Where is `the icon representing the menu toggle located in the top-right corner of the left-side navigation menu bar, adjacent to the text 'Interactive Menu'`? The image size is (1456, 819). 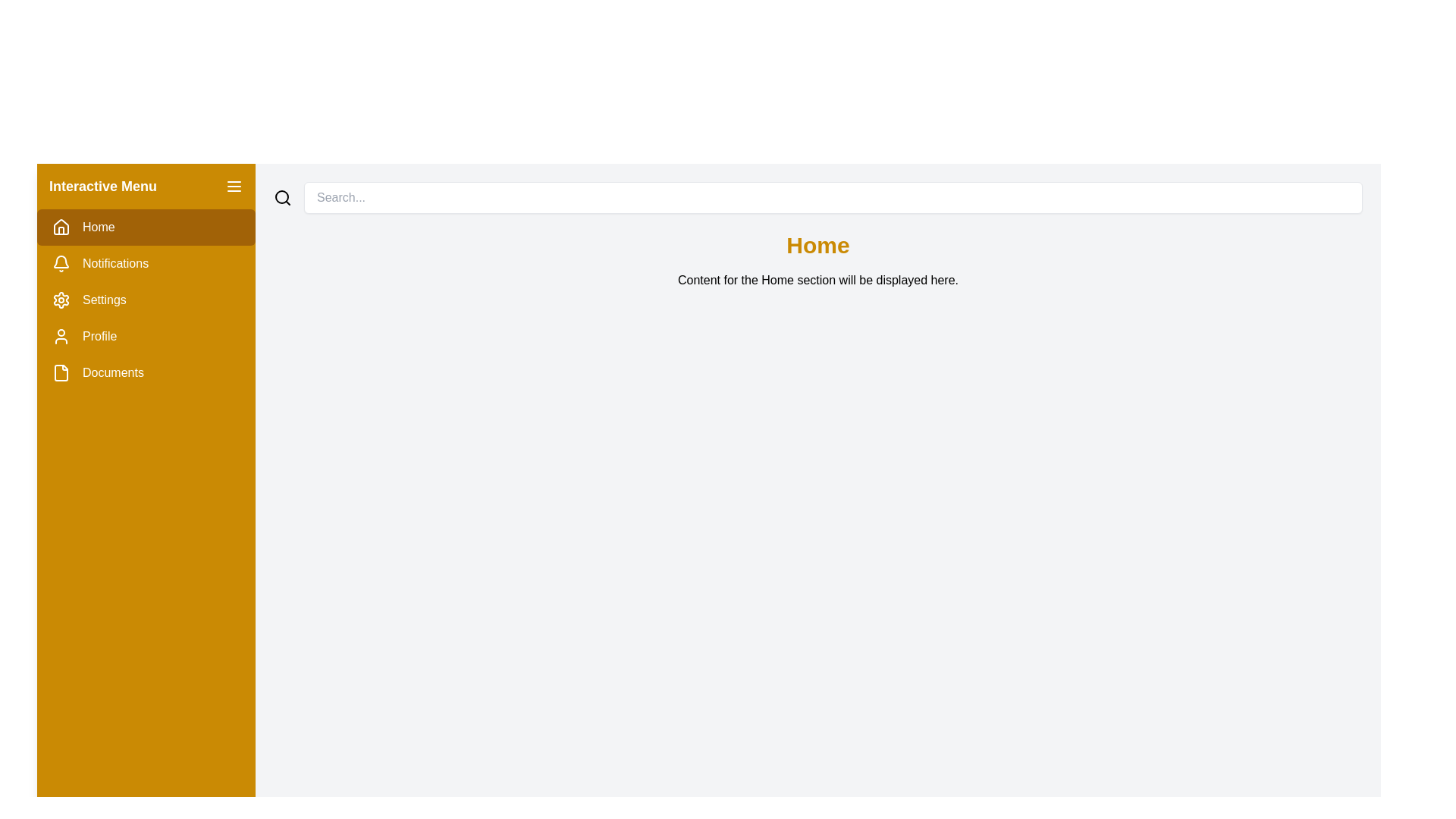
the icon representing the menu toggle located in the top-right corner of the left-side navigation menu bar, adjacent to the text 'Interactive Menu' is located at coordinates (233, 186).